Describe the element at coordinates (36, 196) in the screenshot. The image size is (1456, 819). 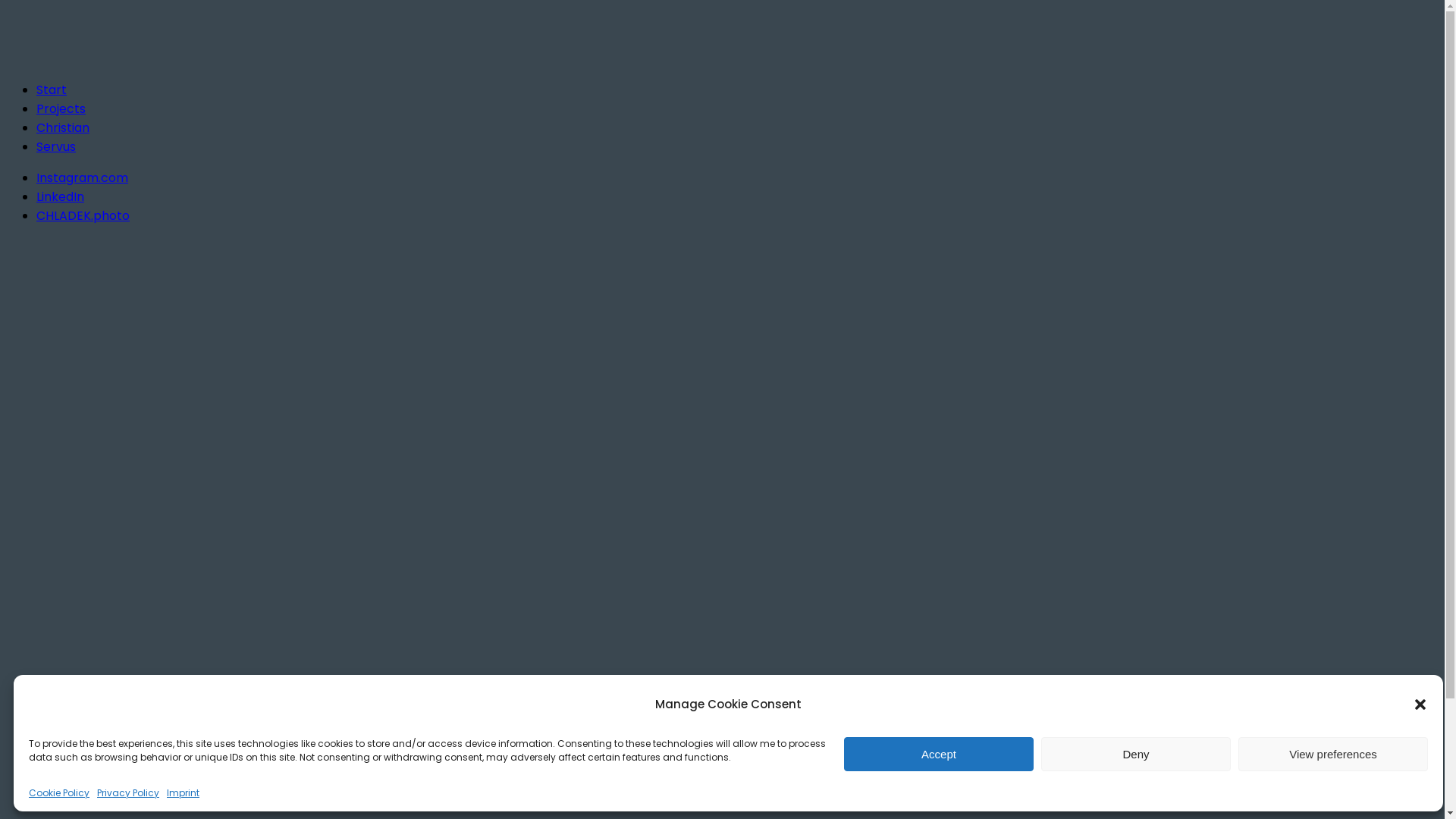
I see `'LinkedIn'` at that location.